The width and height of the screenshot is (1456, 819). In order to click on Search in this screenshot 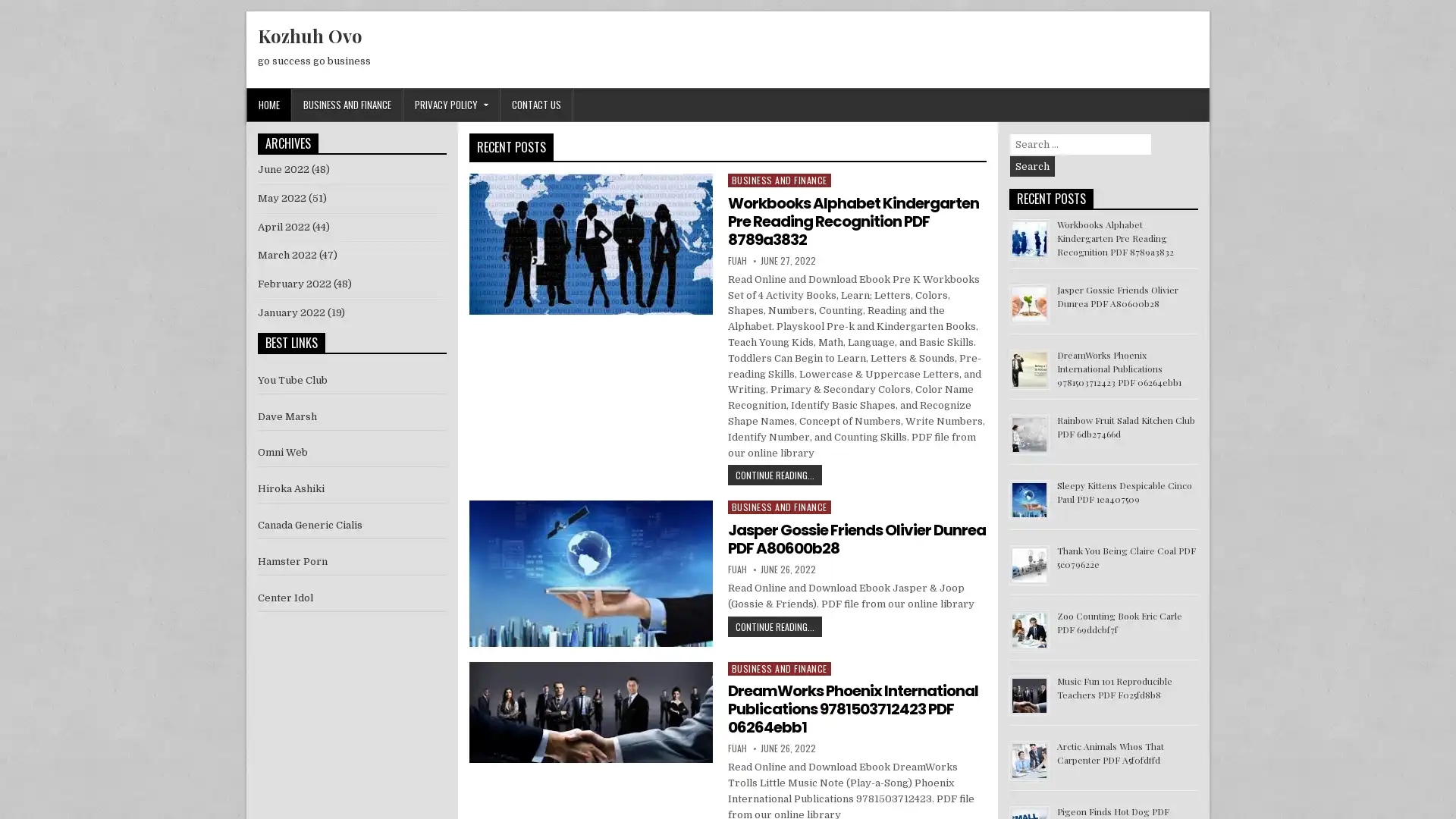, I will do `click(1031, 166)`.